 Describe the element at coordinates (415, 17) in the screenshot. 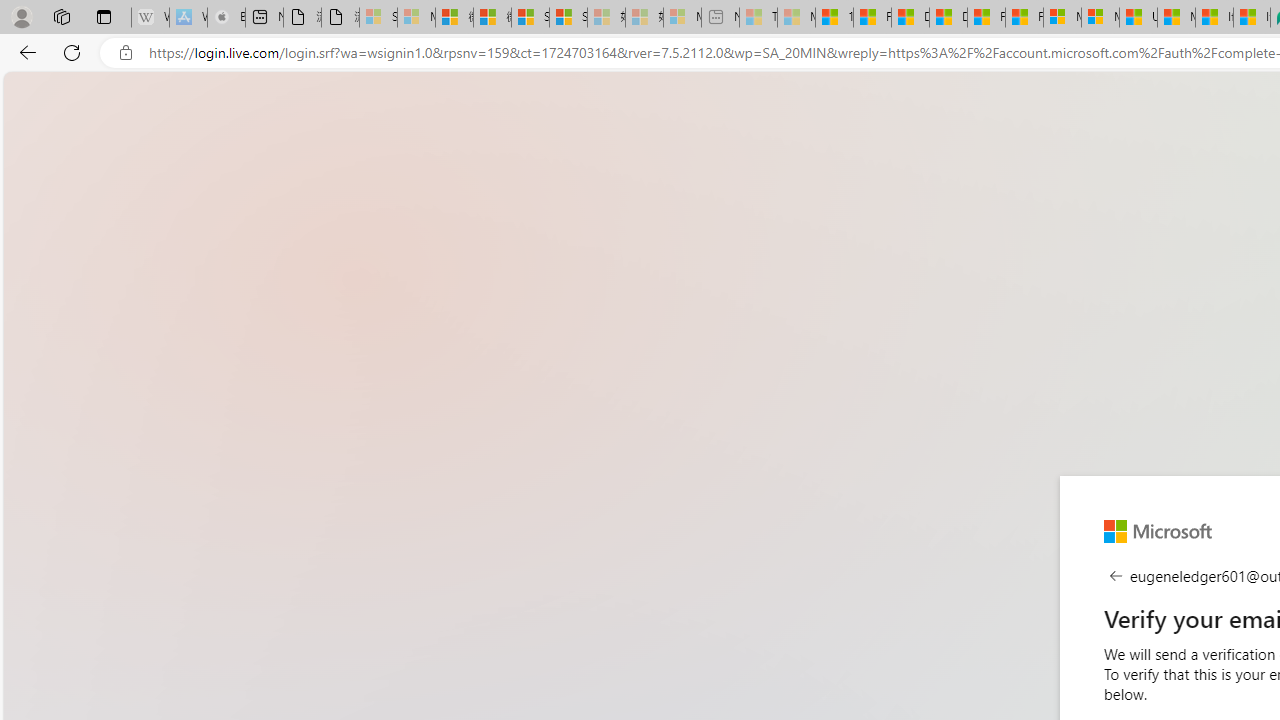

I see `'Microsoft Services Agreement - Sleeping'` at that location.